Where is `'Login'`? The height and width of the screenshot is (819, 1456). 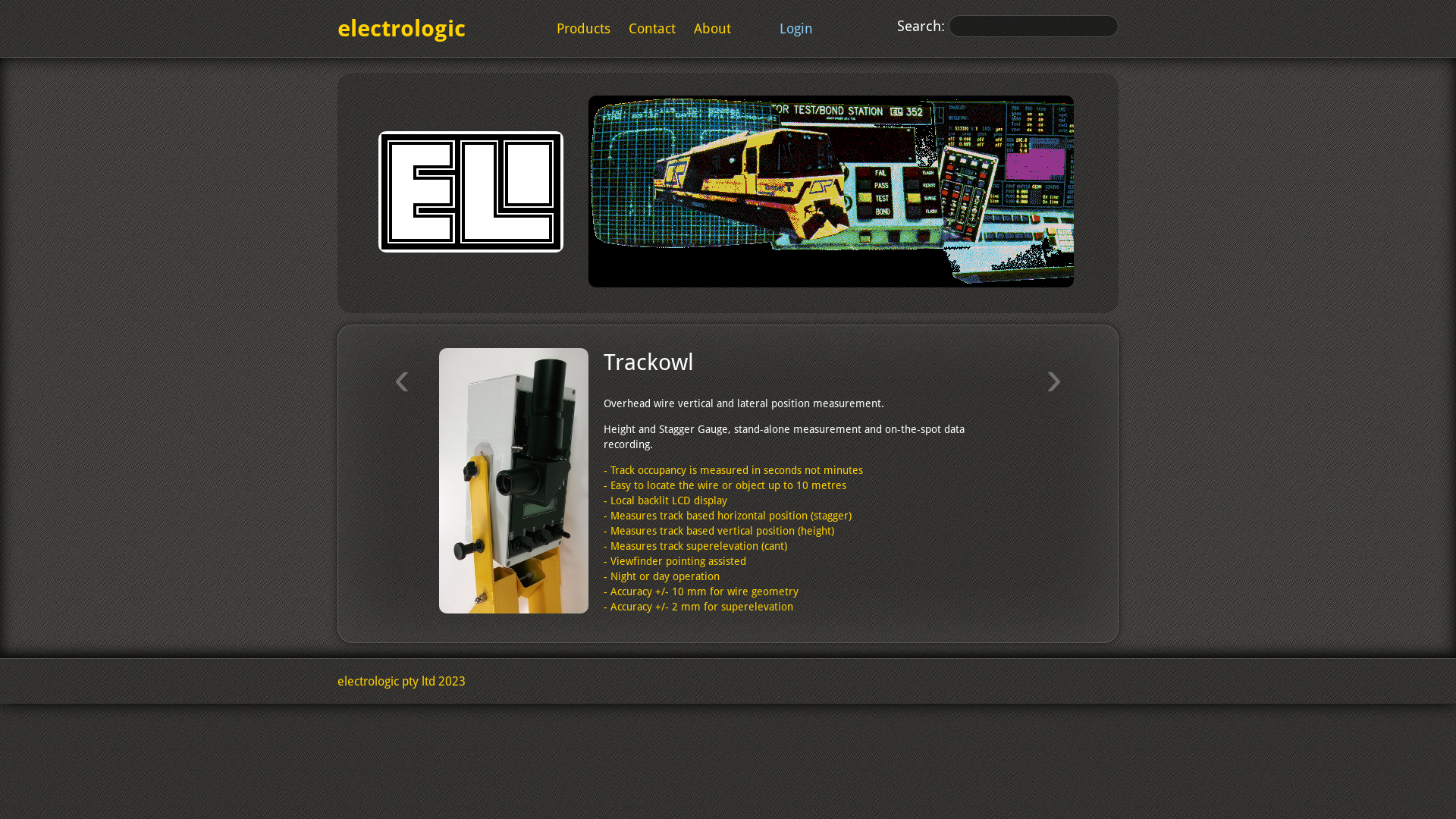 'Login' is located at coordinates (795, 28).